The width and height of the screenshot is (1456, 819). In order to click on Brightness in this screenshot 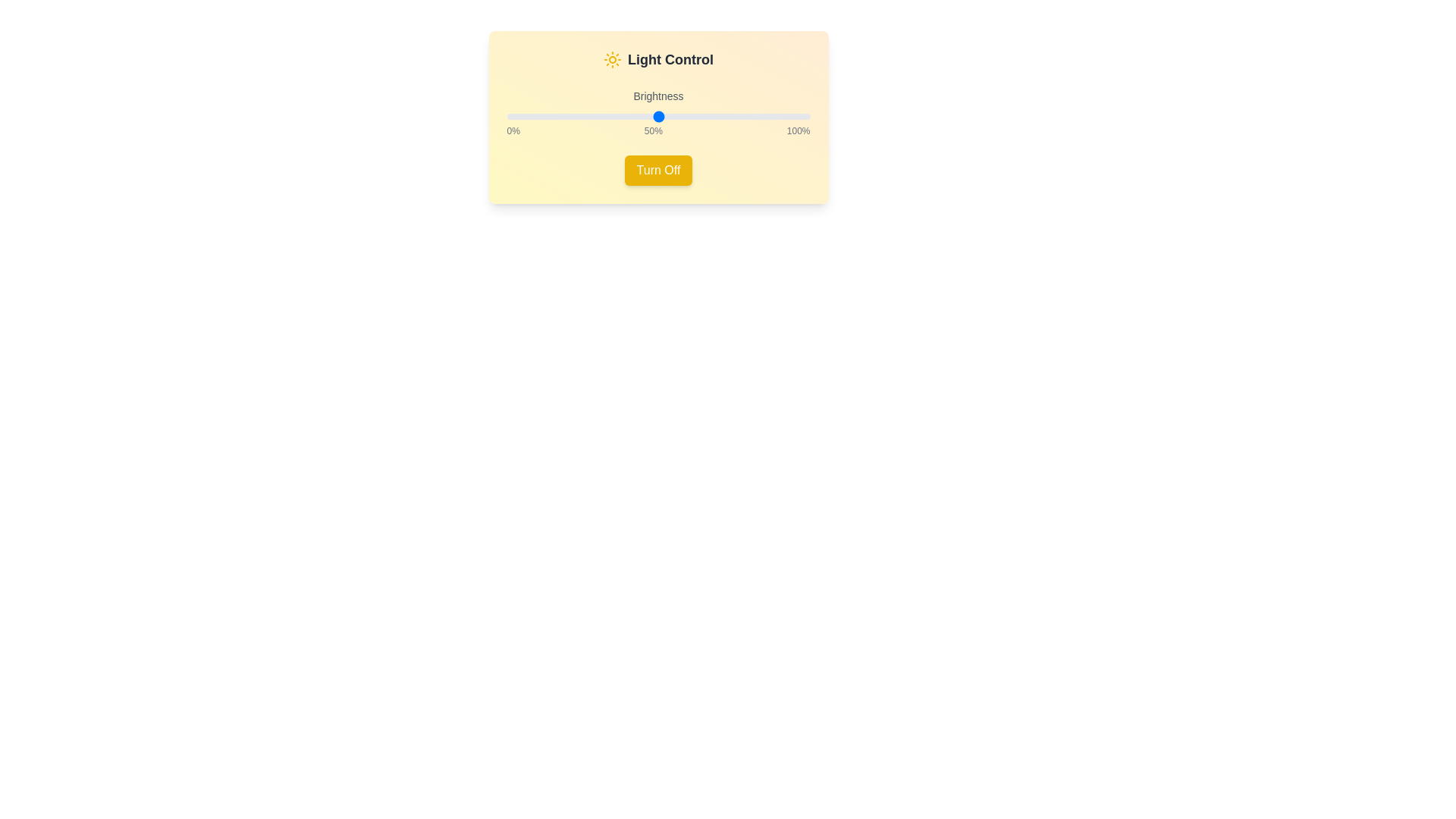, I will do `click(637, 116)`.